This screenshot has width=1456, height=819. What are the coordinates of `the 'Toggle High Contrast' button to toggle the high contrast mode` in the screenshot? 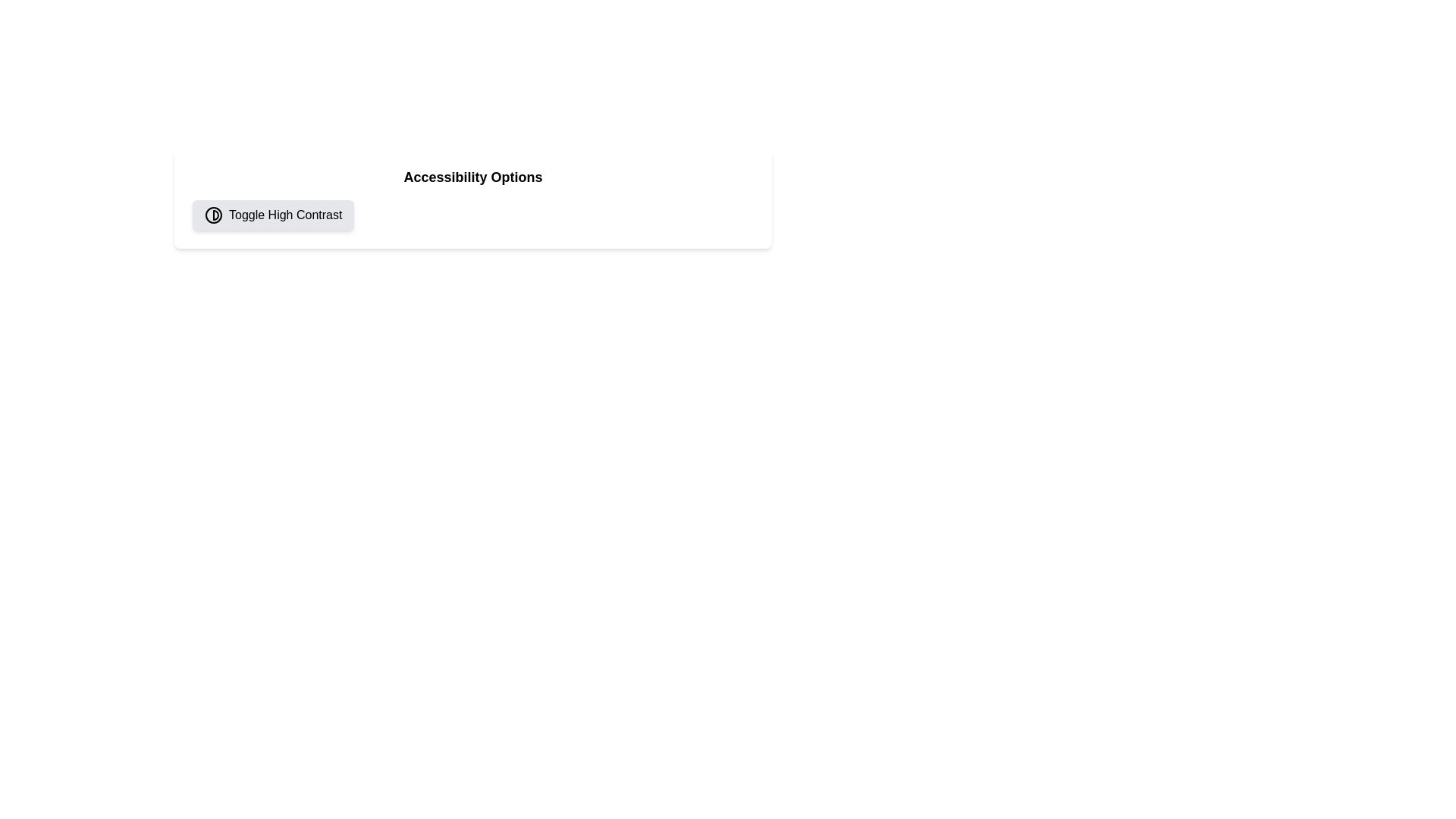 It's located at (273, 215).